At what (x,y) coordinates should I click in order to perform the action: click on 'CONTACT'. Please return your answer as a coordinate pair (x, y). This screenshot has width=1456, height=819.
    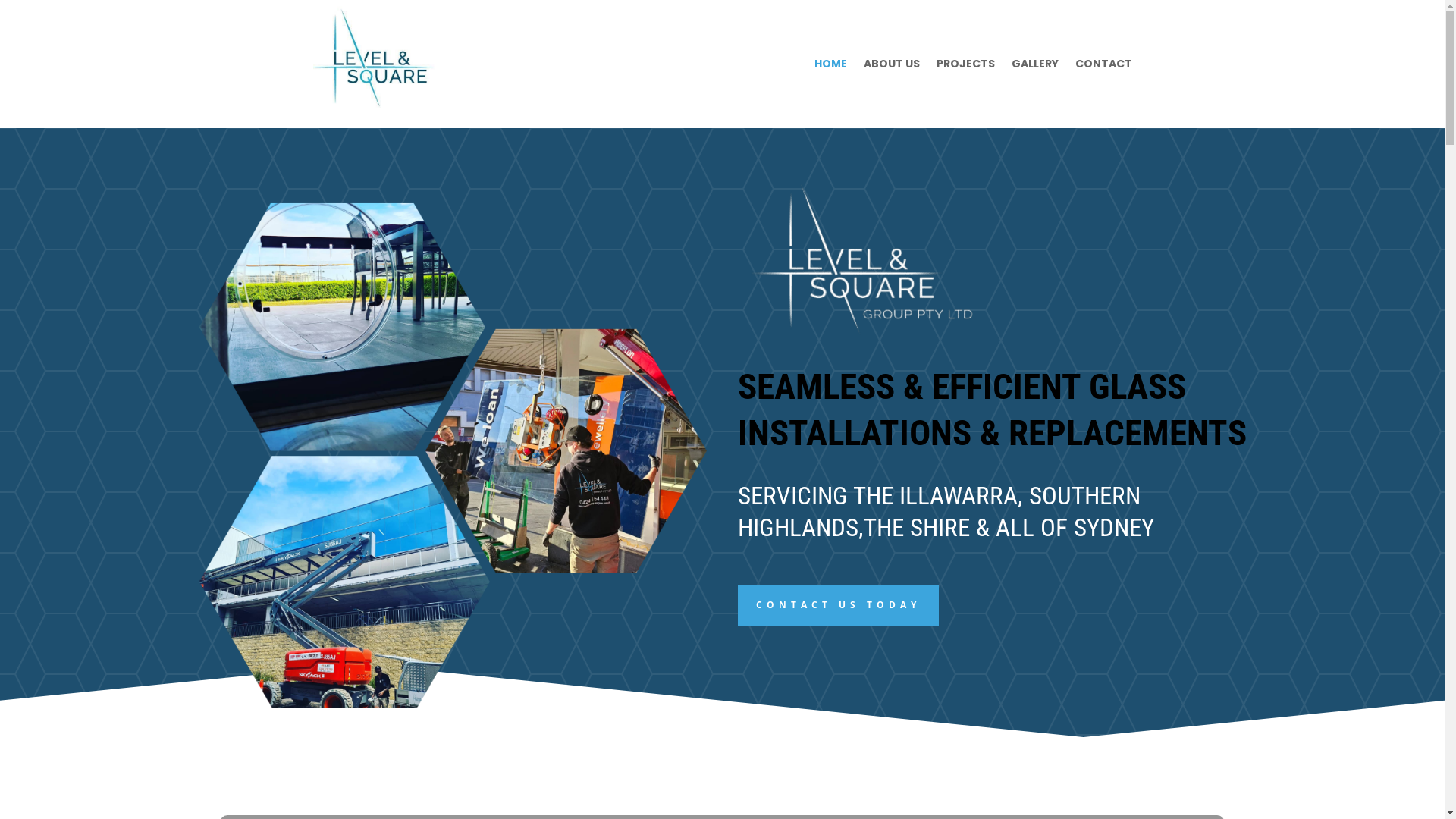
    Looking at the image, I should click on (1103, 63).